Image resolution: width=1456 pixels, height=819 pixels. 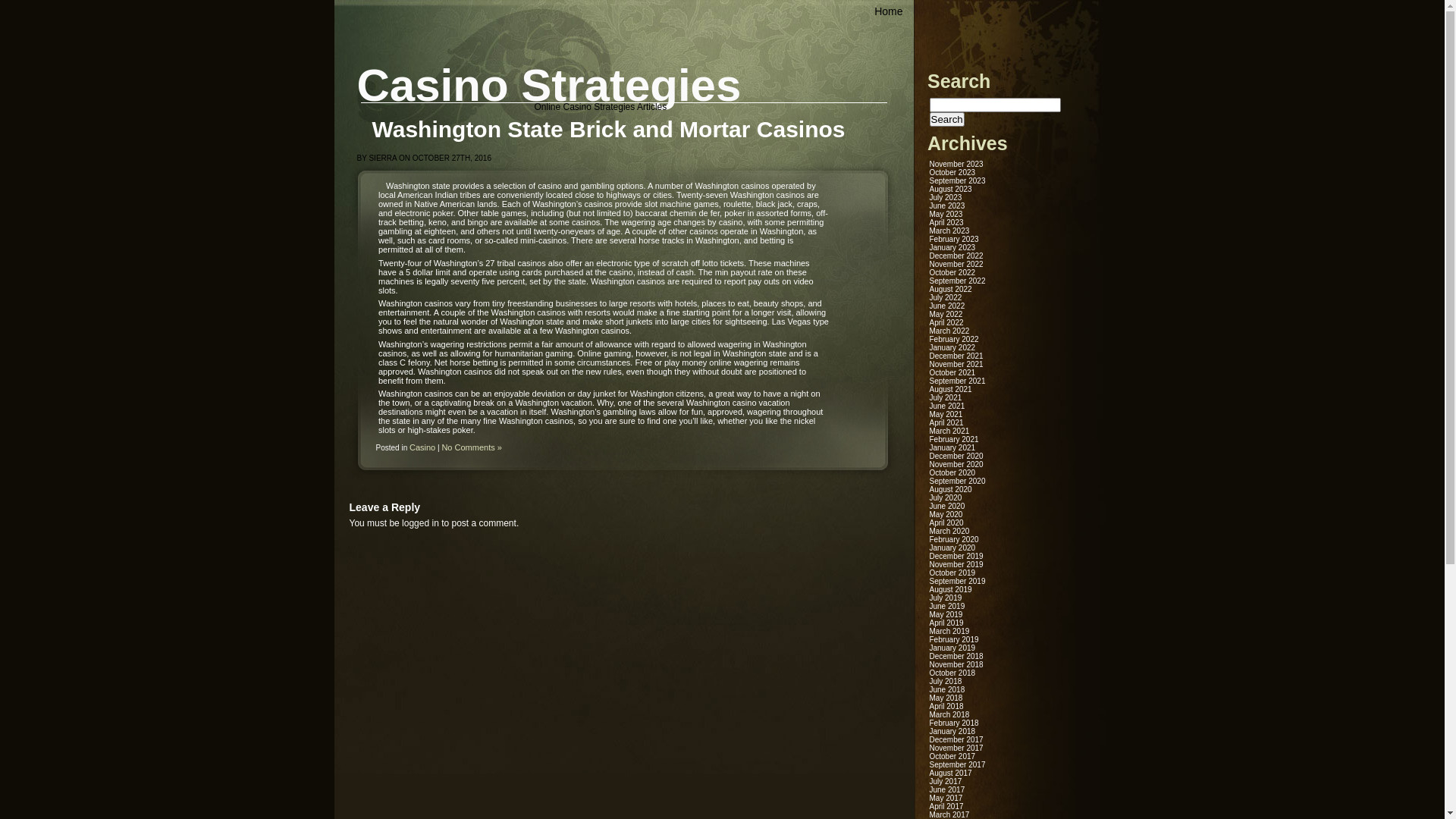 What do you see at coordinates (952, 271) in the screenshot?
I see `'October 2022'` at bounding box center [952, 271].